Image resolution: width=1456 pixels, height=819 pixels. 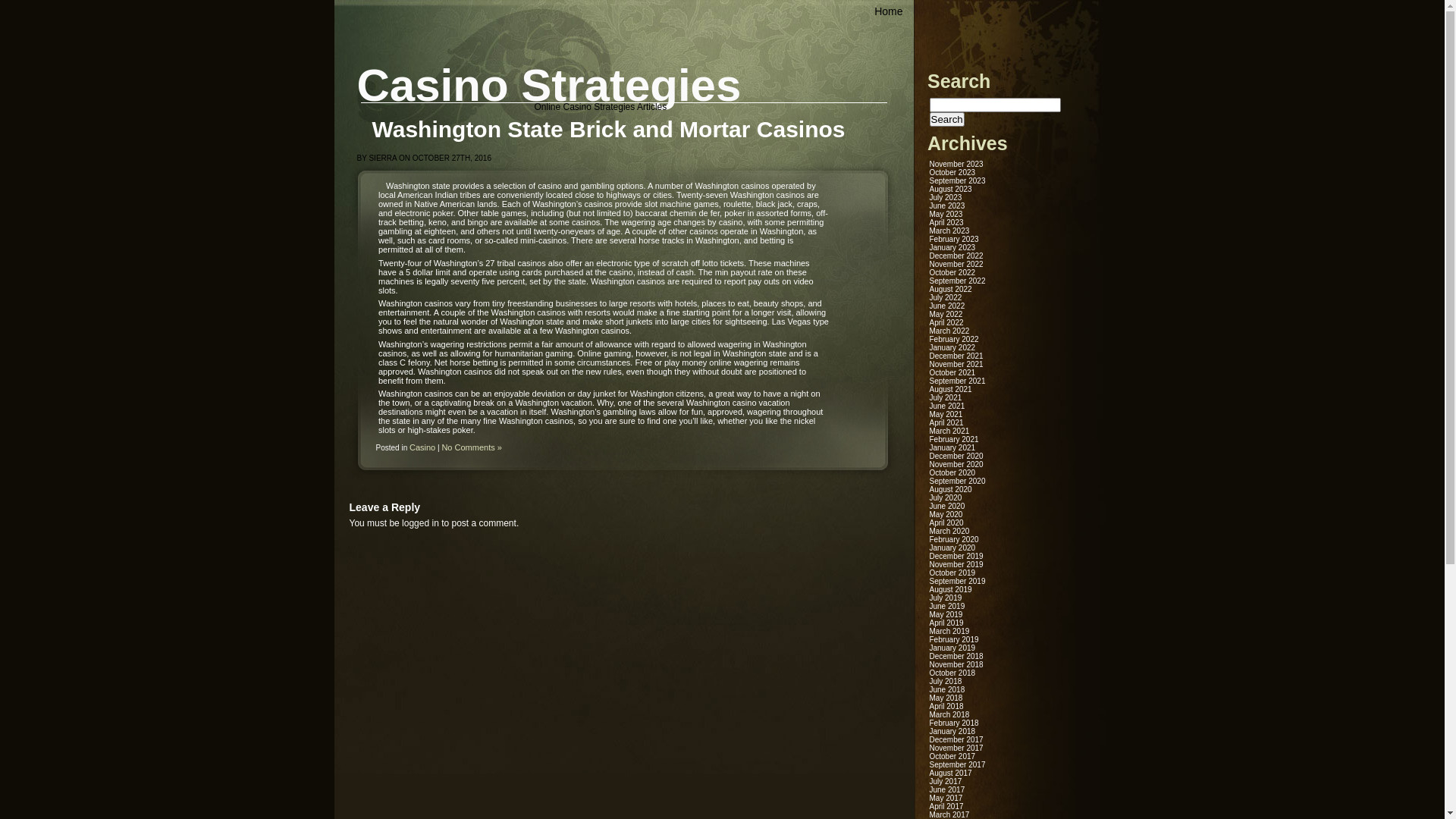 What do you see at coordinates (952, 271) in the screenshot?
I see `'October 2022'` at bounding box center [952, 271].